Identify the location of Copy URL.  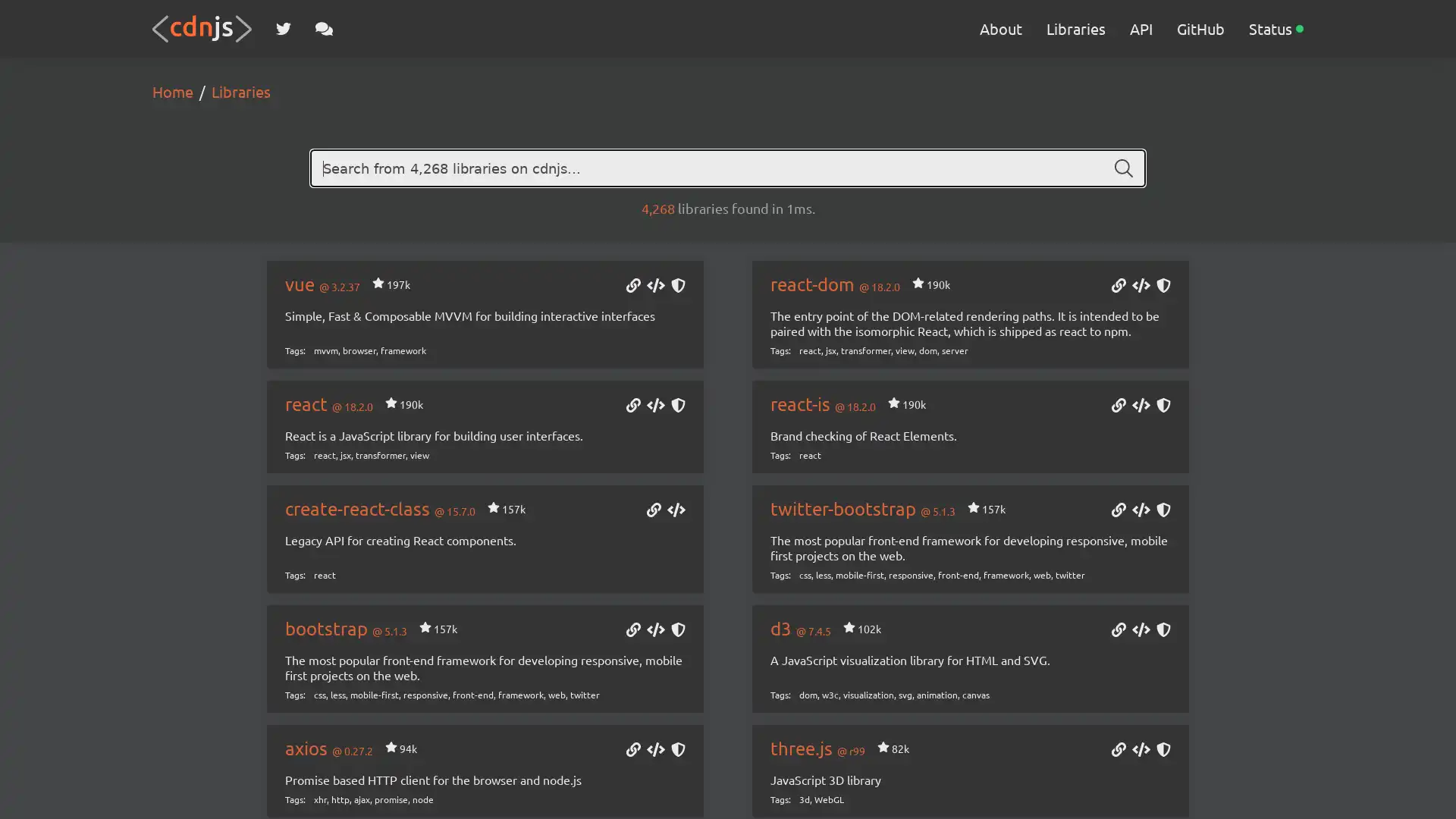
(632, 287).